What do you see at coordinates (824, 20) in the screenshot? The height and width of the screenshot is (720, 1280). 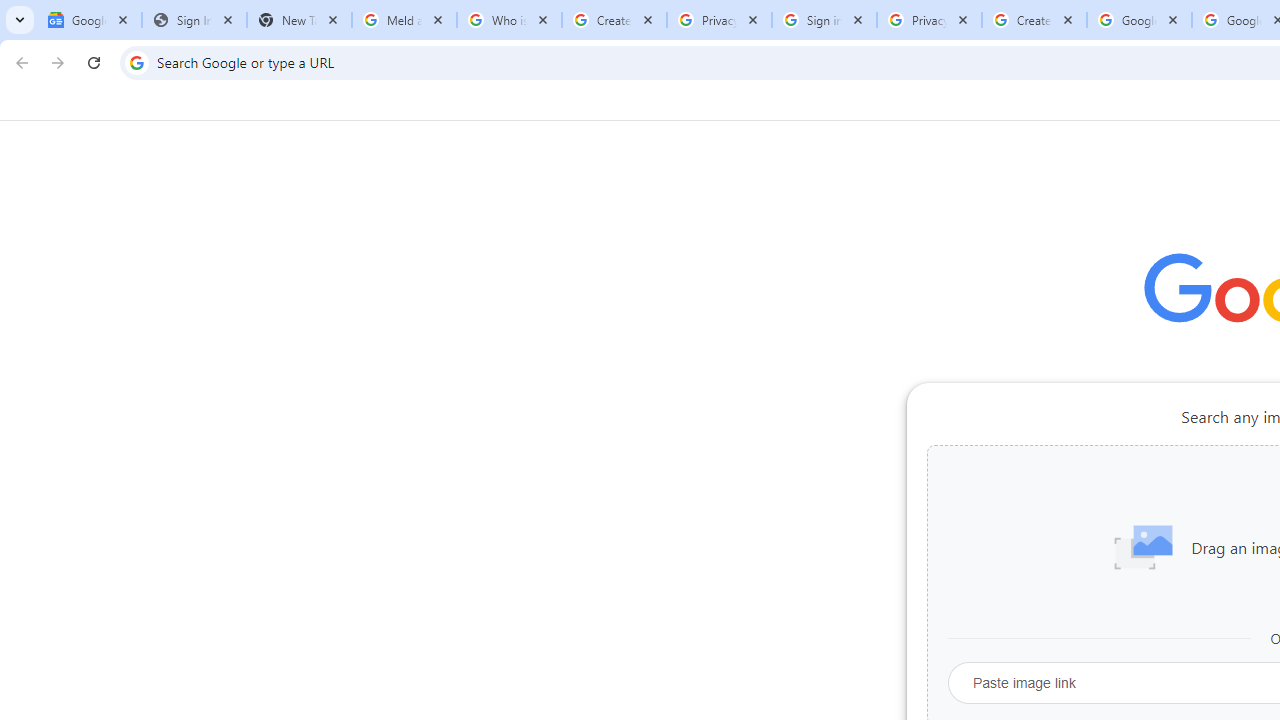 I see `'Sign in - Google Accounts'` at bounding box center [824, 20].